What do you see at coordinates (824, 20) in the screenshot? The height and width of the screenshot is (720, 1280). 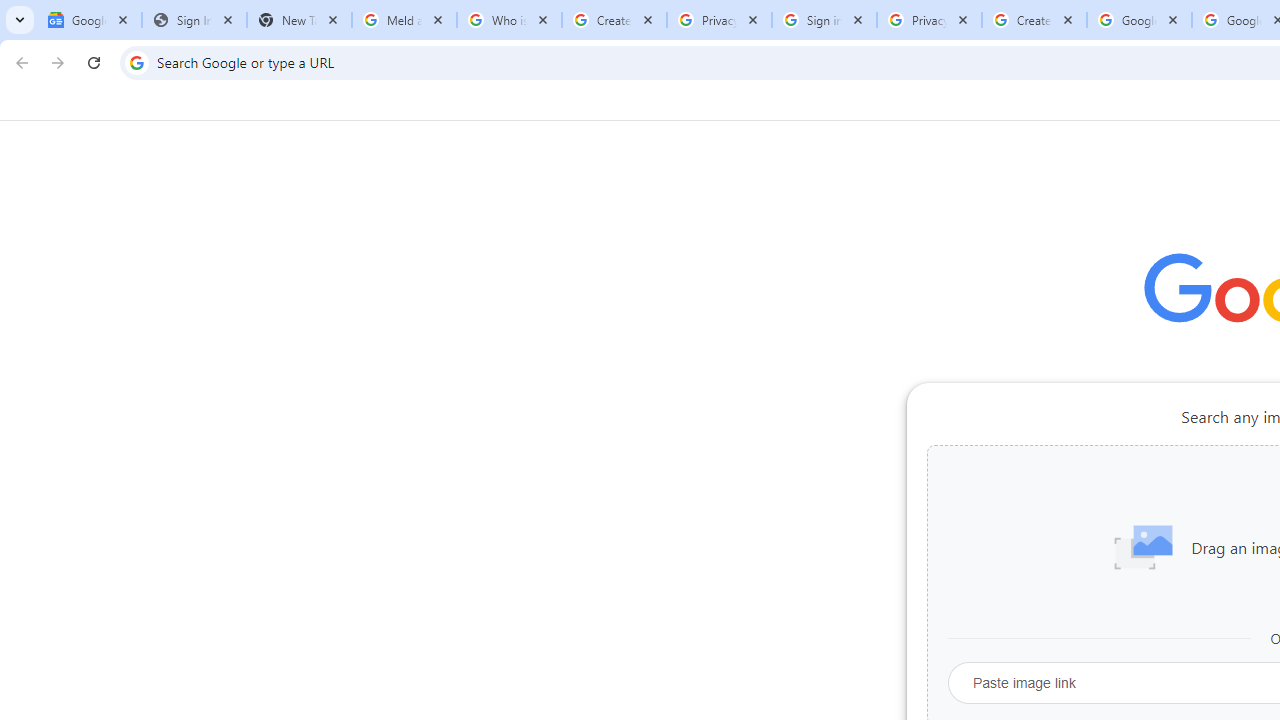 I see `'Sign in - Google Accounts'` at bounding box center [824, 20].